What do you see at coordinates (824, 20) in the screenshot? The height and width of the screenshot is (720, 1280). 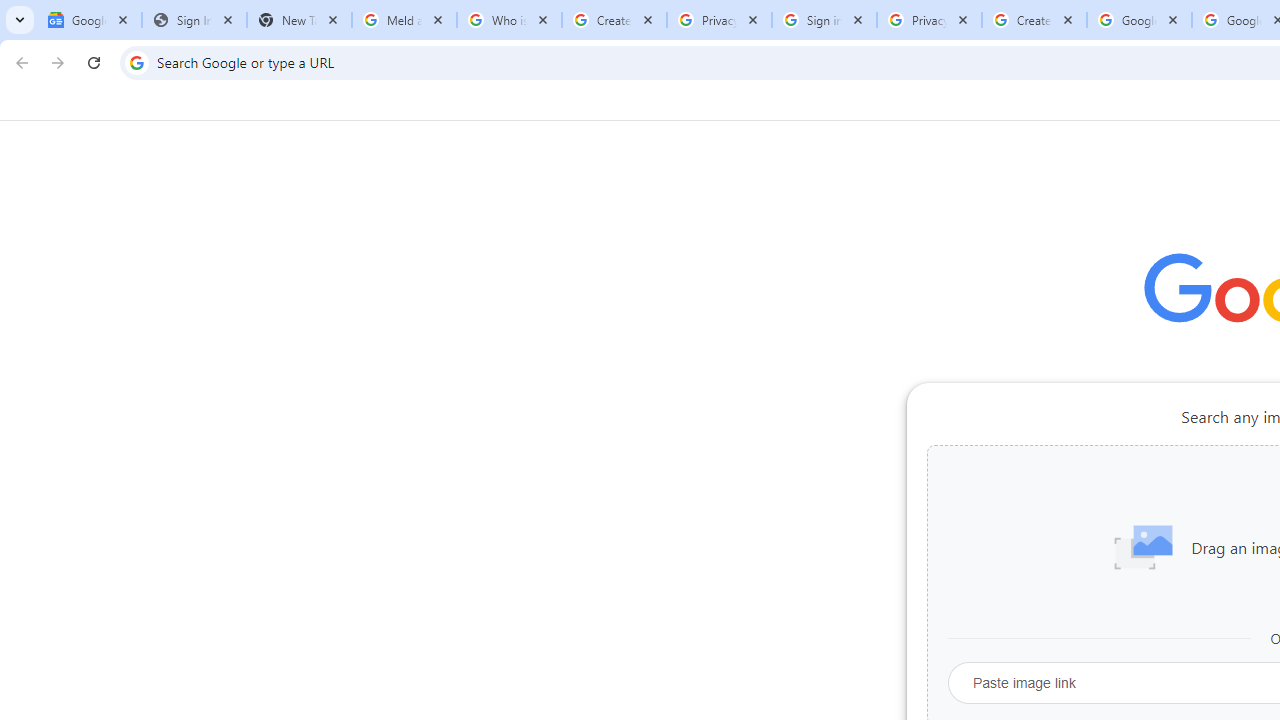 I see `'Sign in - Google Accounts'` at bounding box center [824, 20].